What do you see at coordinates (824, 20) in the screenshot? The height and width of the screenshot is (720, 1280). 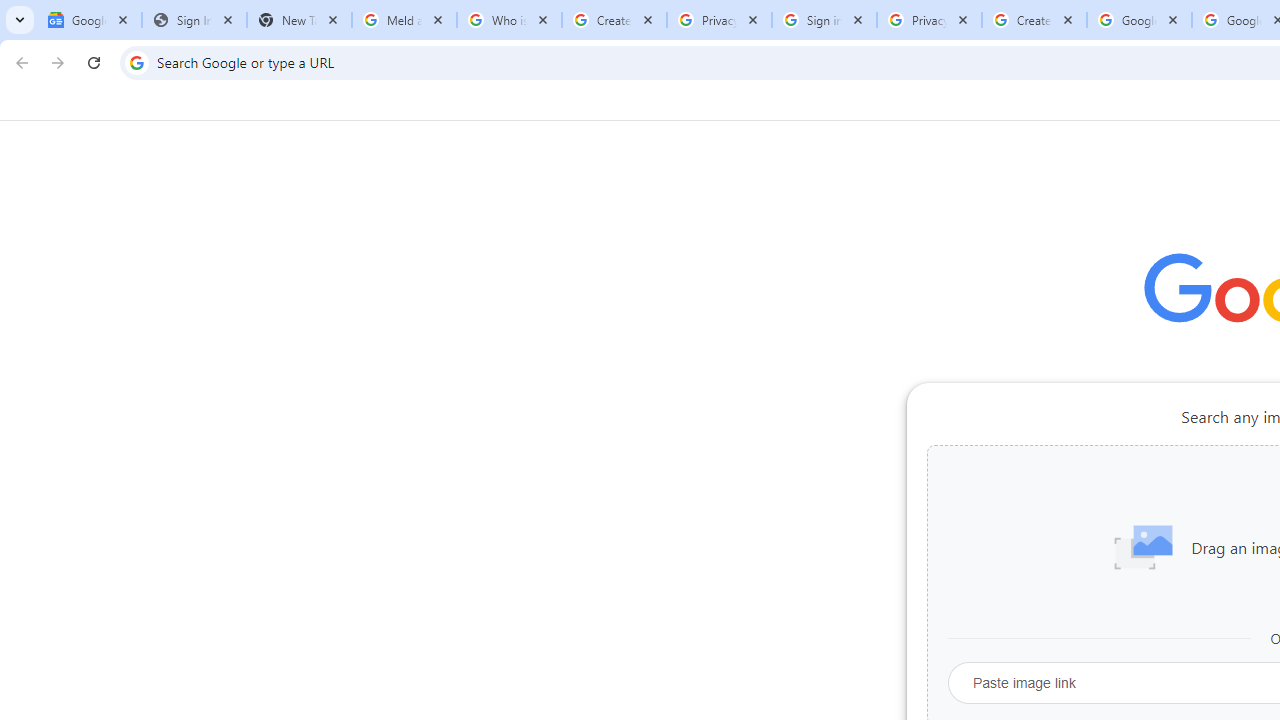 I see `'Sign in - Google Accounts'` at bounding box center [824, 20].